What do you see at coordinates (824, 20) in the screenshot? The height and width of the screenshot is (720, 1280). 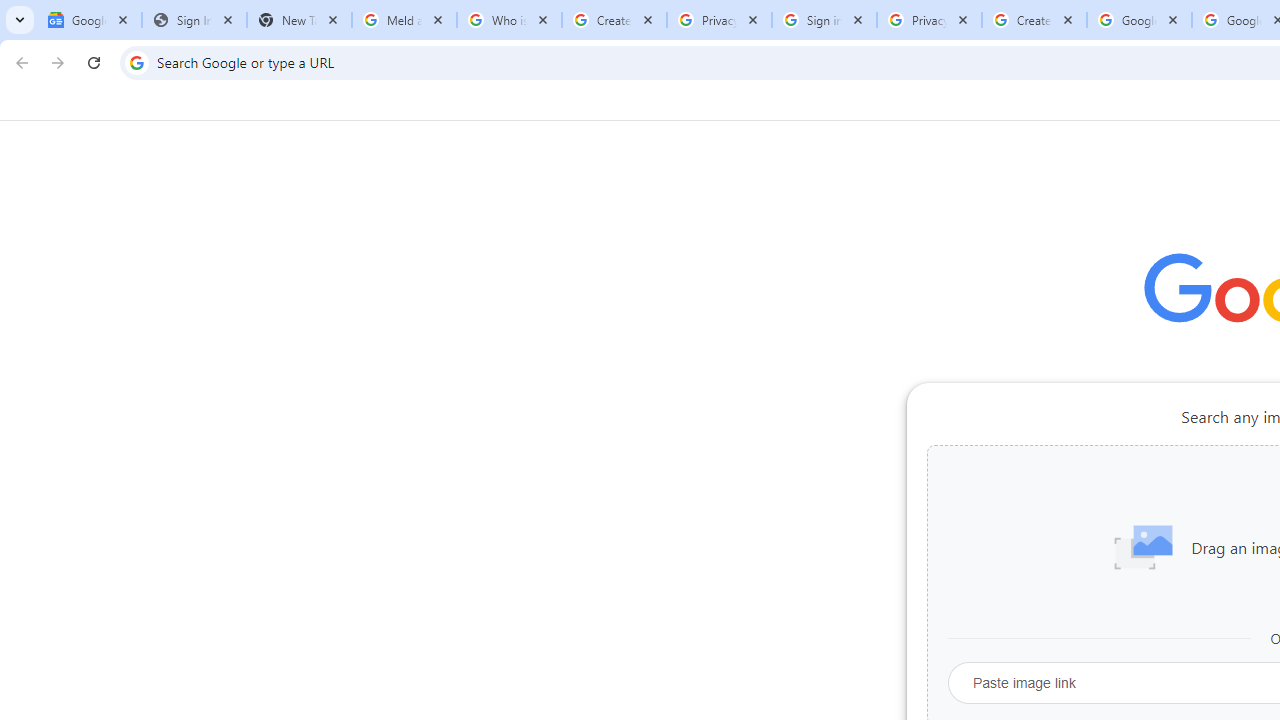 I see `'Sign in - Google Accounts'` at bounding box center [824, 20].